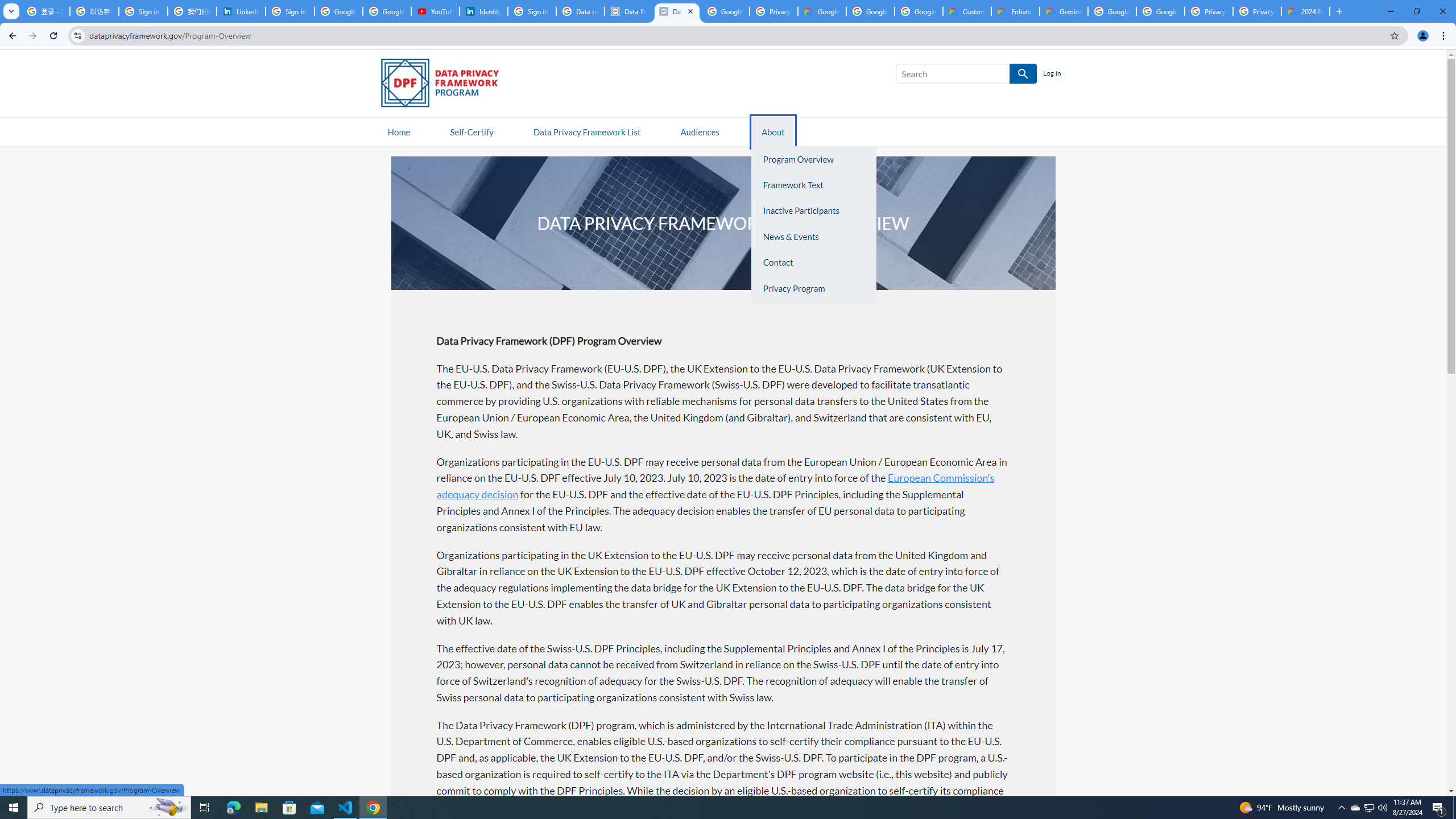 The image size is (1456, 819). I want to click on 'SEARCH', so click(1022, 74).